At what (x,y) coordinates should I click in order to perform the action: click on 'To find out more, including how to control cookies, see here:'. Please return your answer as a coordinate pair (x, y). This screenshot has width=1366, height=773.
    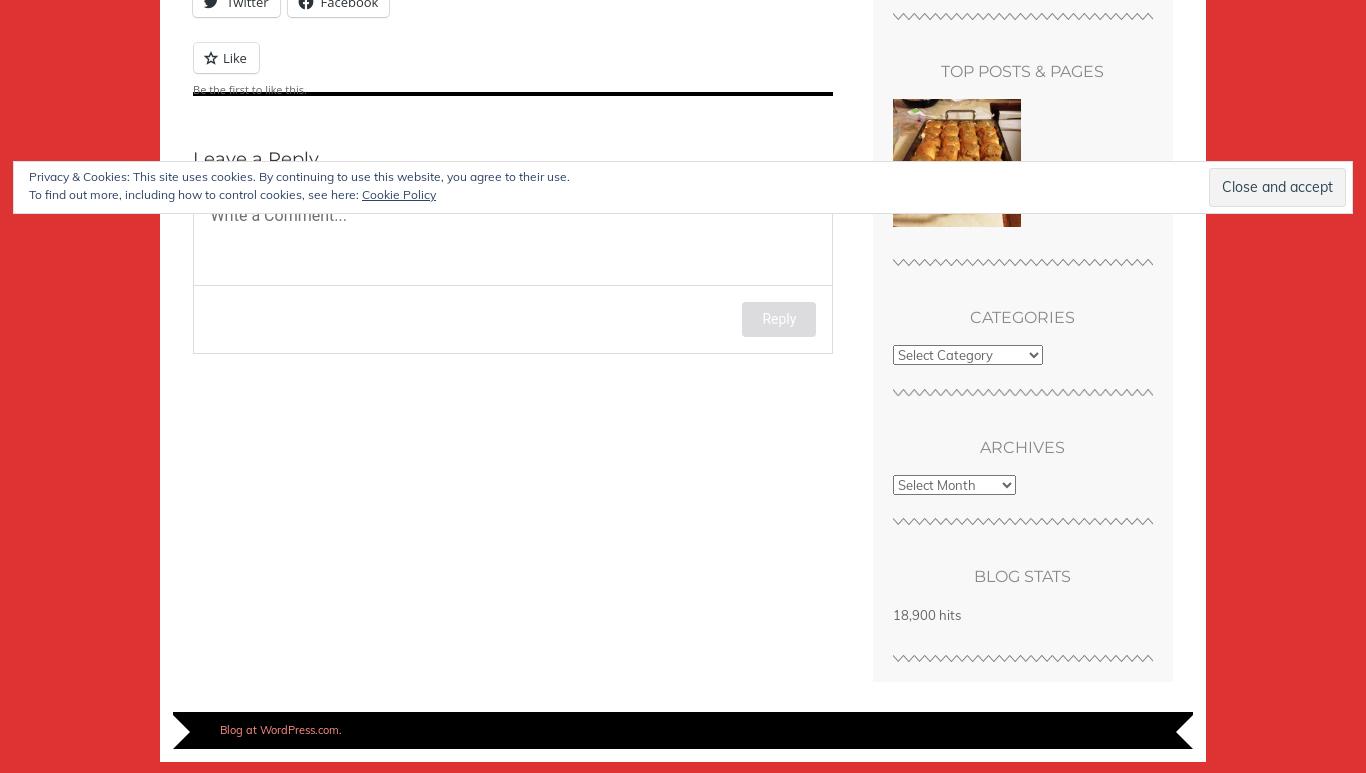
    Looking at the image, I should click on (28, 193).